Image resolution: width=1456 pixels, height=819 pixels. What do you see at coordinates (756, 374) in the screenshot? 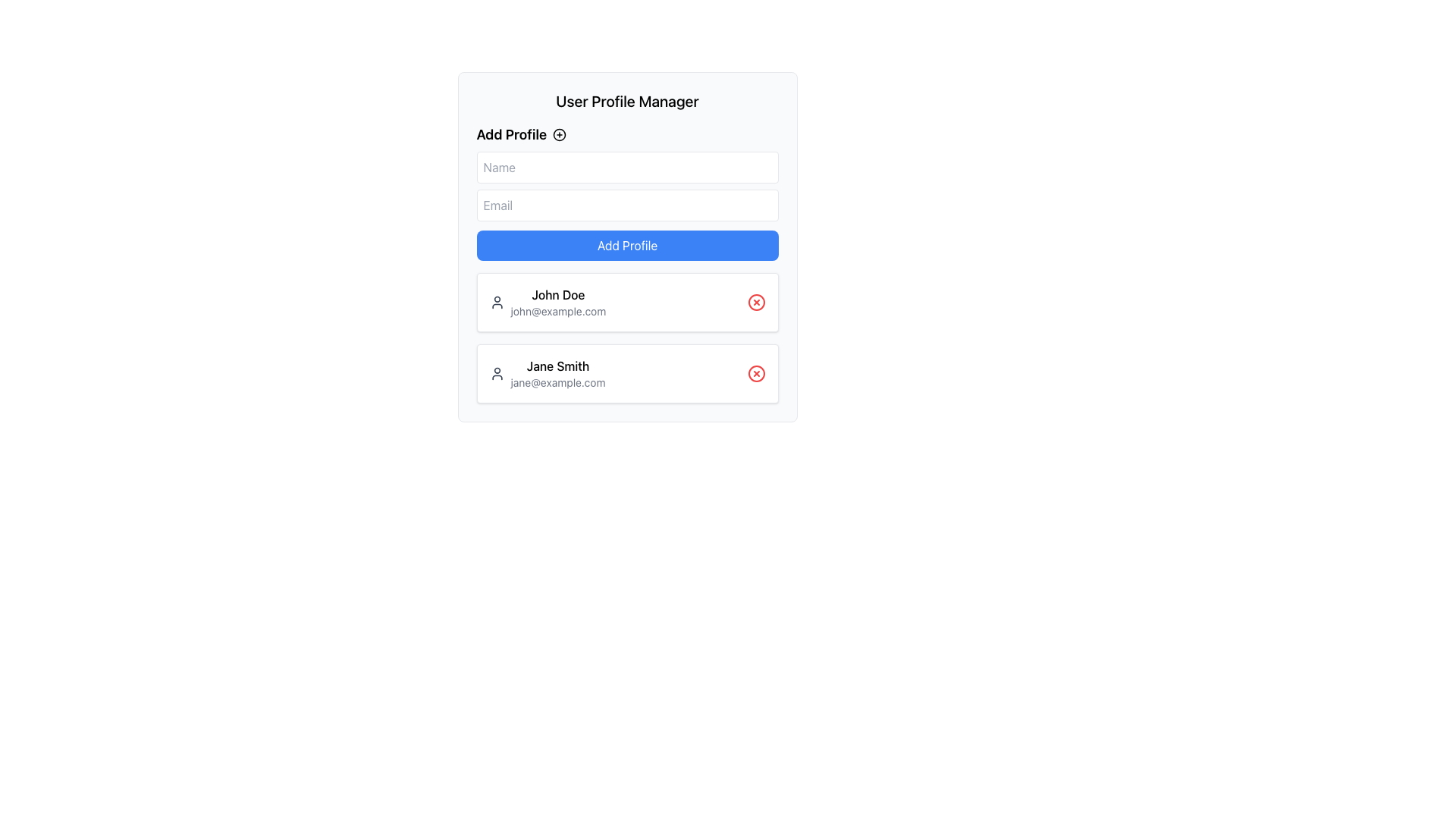
I see `the delete button associated with 'Jane Smith'` at bounding box center [756, 374].